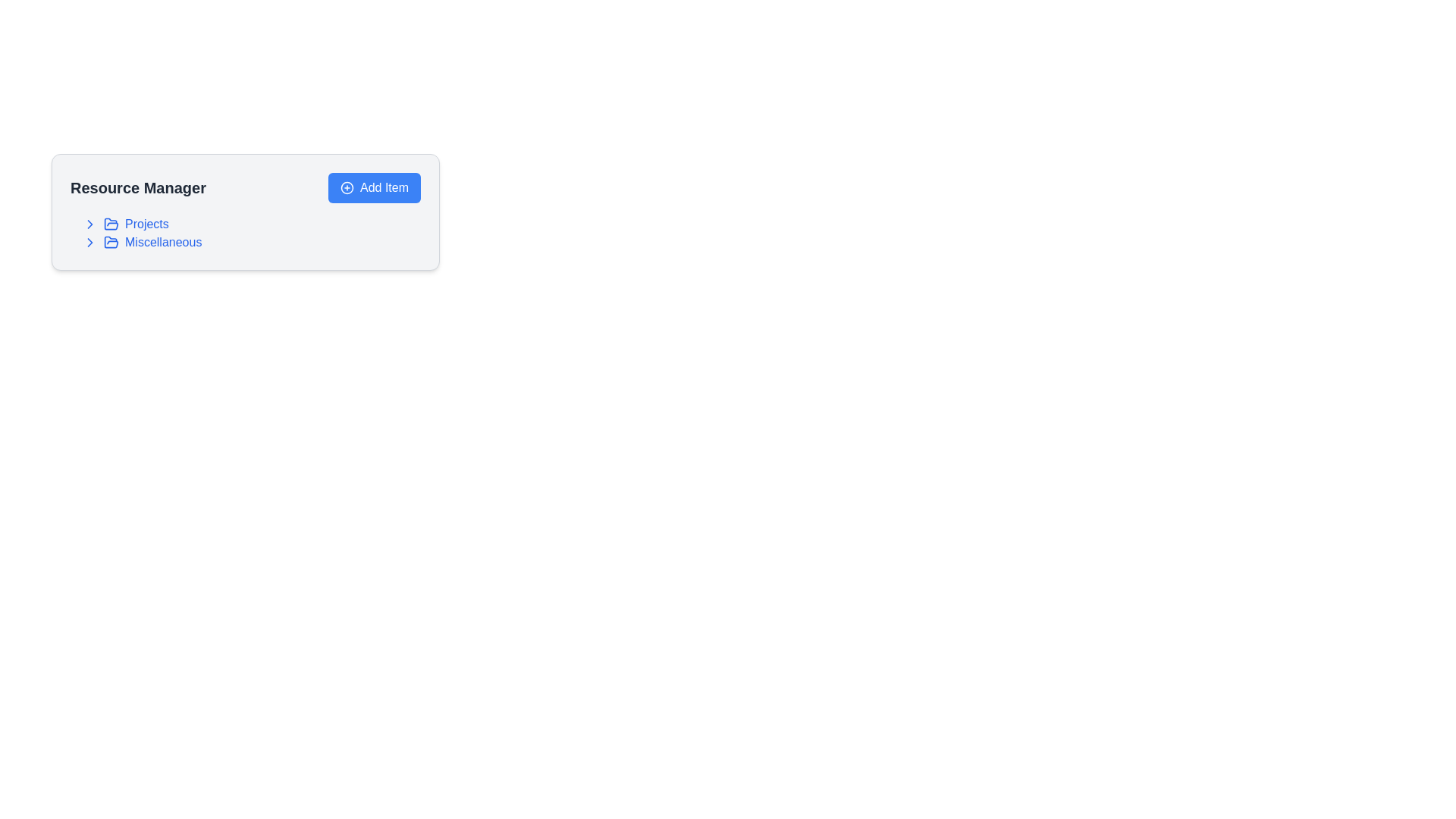 The width and height of the screenshot is (1456, 819). Describe the element at coordinates (138, 187) in the screenshot. I see `the bold, large font text label displaying 'Resource Manager' located in the upper-left section of the interface, near the 'Add Item' button` at that location.